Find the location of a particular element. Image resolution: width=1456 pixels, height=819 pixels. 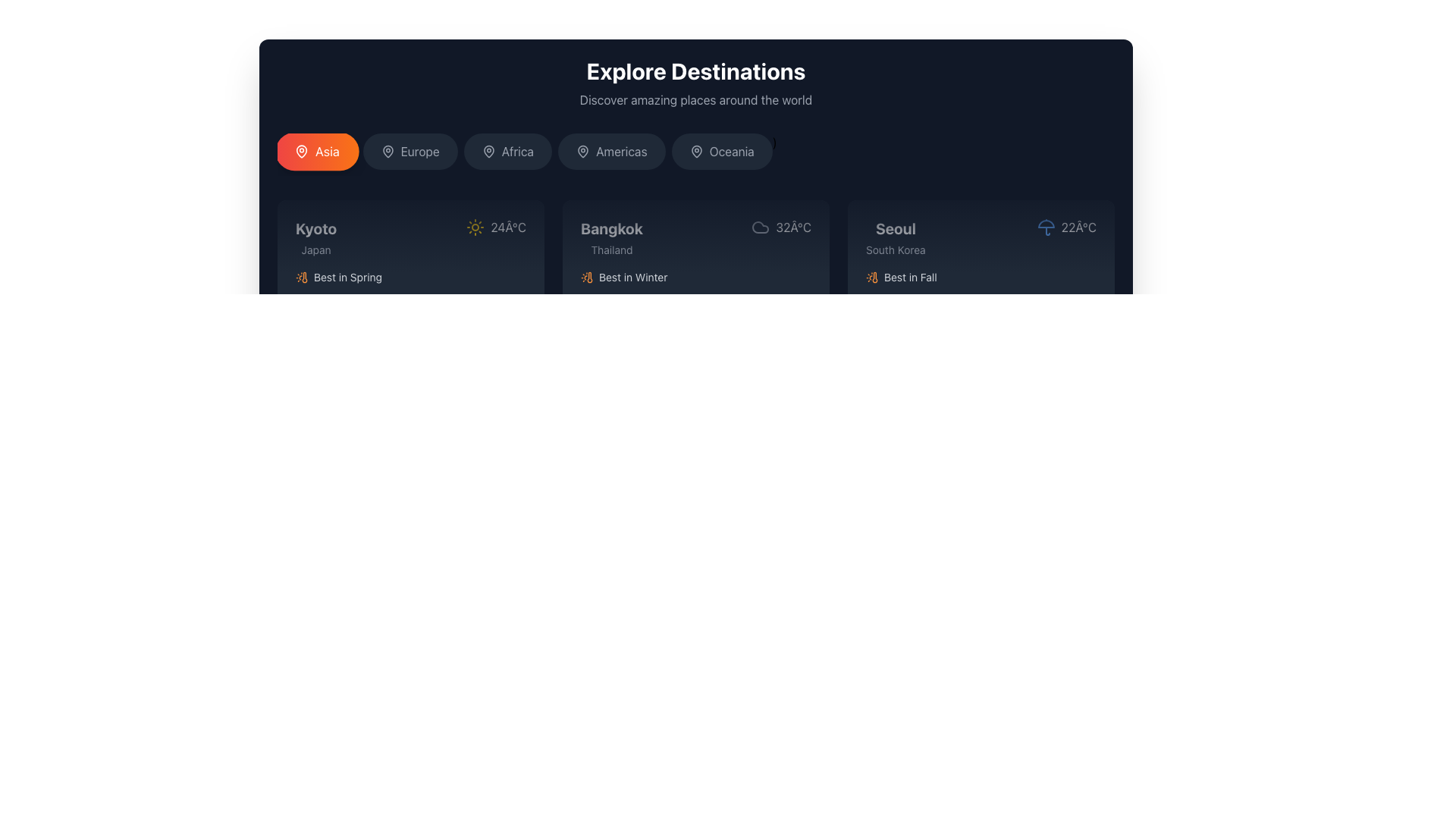

the text label displaying 'Japan', which is styled in gray and located below the bold white 'Kyoto' text in the first card of the destination cards is located at coordinates (315, 249).